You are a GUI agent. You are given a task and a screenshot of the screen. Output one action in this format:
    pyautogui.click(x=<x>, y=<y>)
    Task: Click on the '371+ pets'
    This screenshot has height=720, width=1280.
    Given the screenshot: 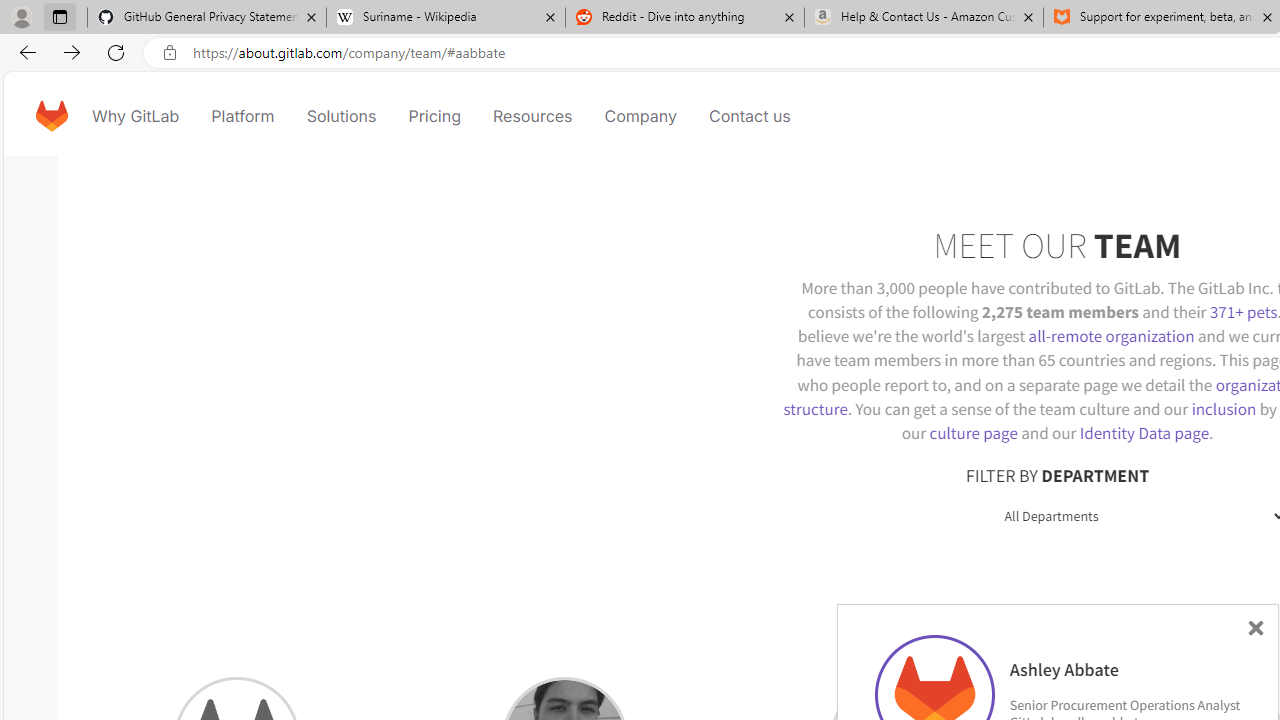 What is the action you would take?
    pyautogui.click(x=1242, y=311)
    